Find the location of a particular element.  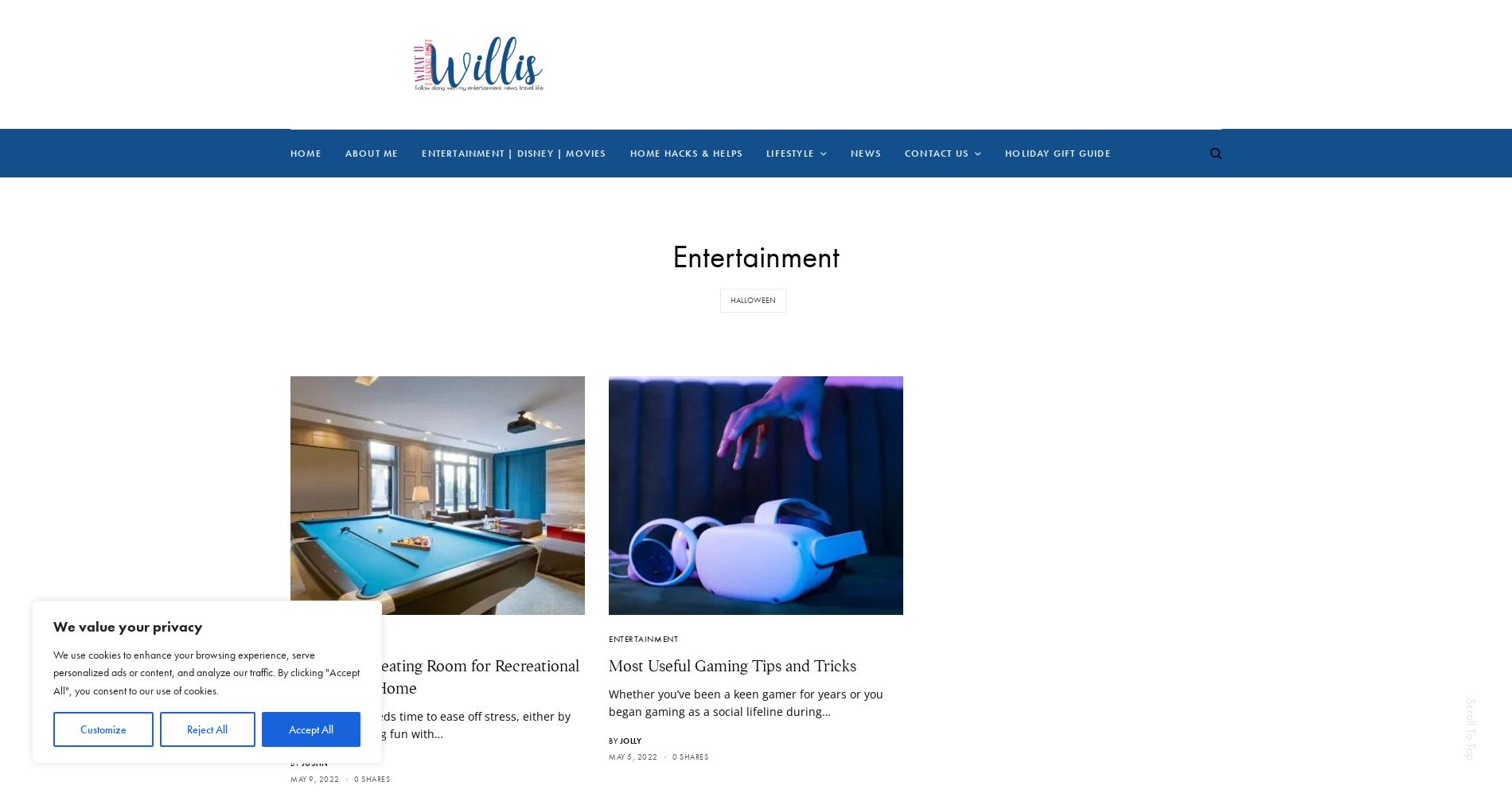

'Jolly' is located at coordinates (629, 740).